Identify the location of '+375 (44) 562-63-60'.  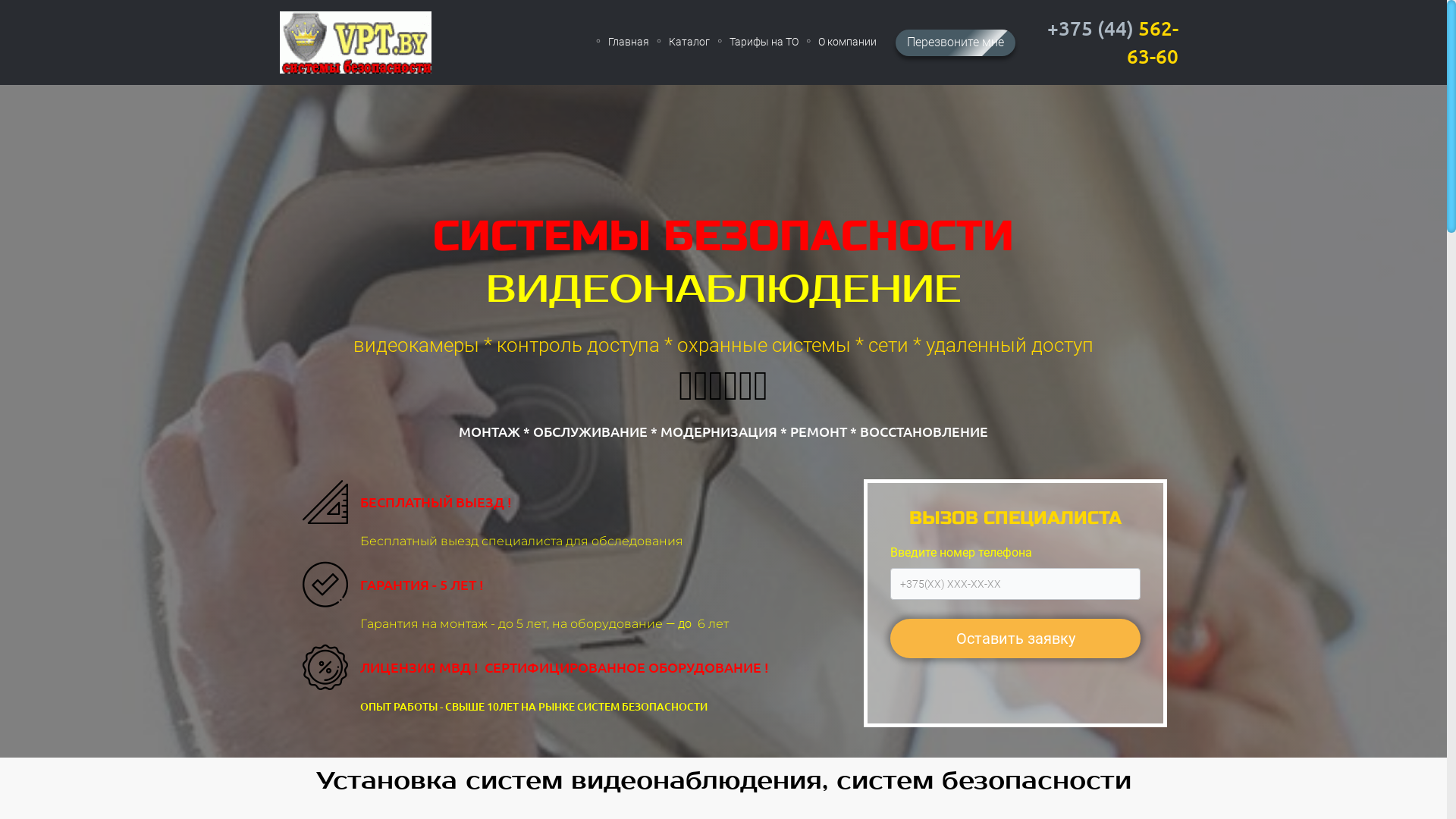
(1103, 42).